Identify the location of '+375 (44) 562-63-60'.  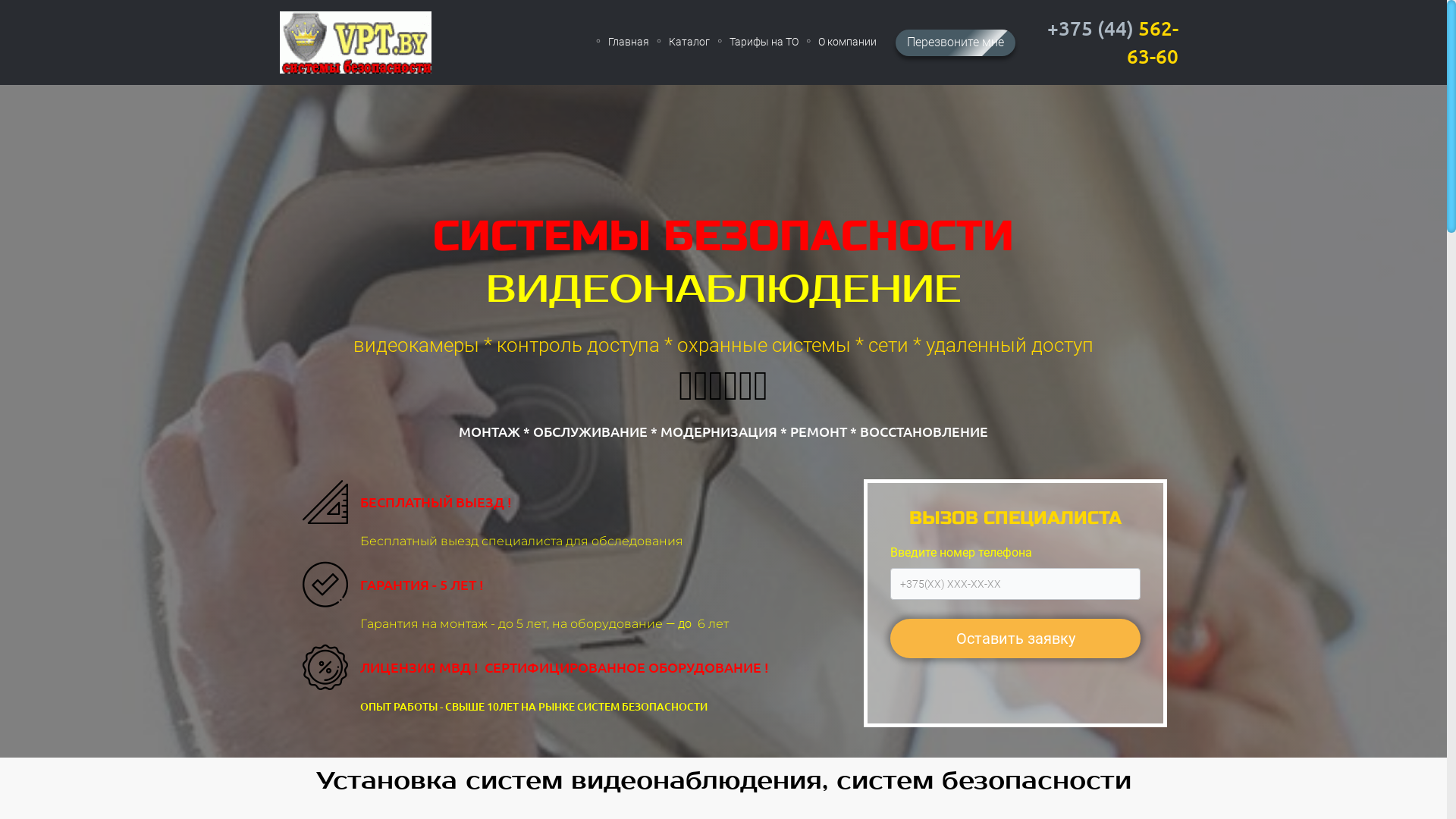
(1103, 42).